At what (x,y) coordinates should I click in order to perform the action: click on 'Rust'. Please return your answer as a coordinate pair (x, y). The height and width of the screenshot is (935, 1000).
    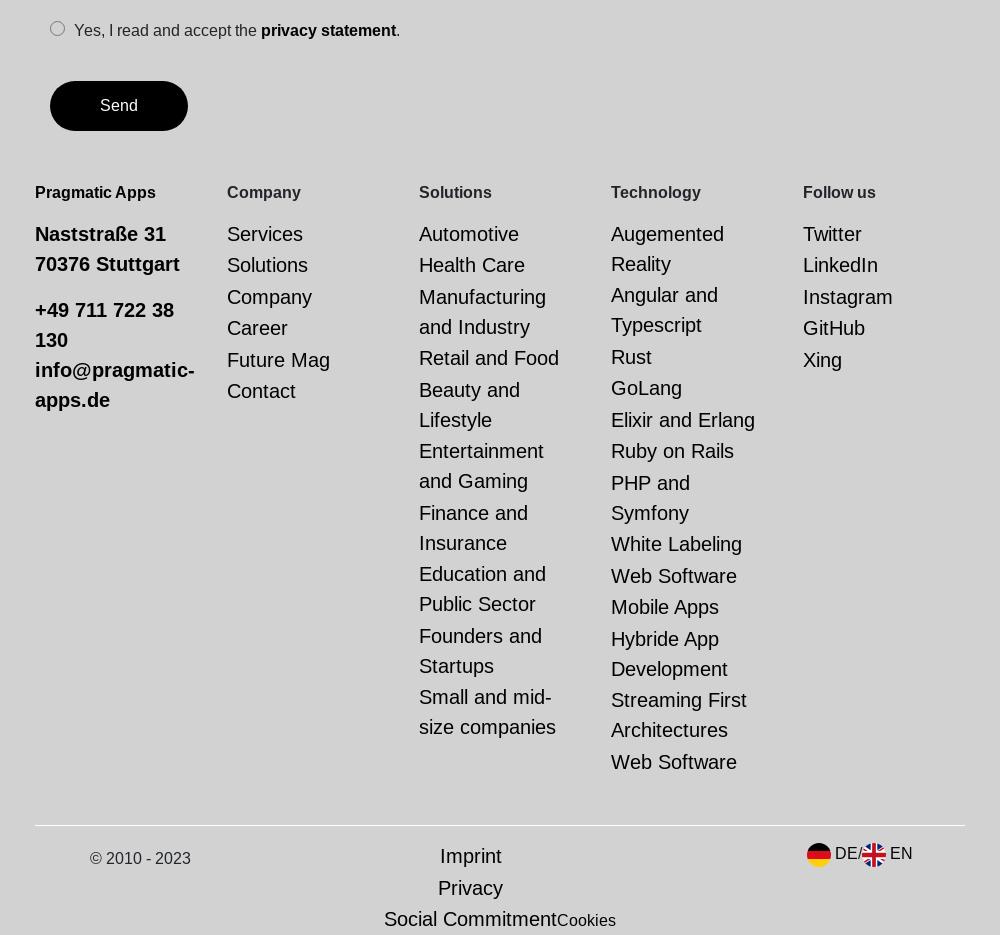
    Looking at the image, I should click on (610, 355).